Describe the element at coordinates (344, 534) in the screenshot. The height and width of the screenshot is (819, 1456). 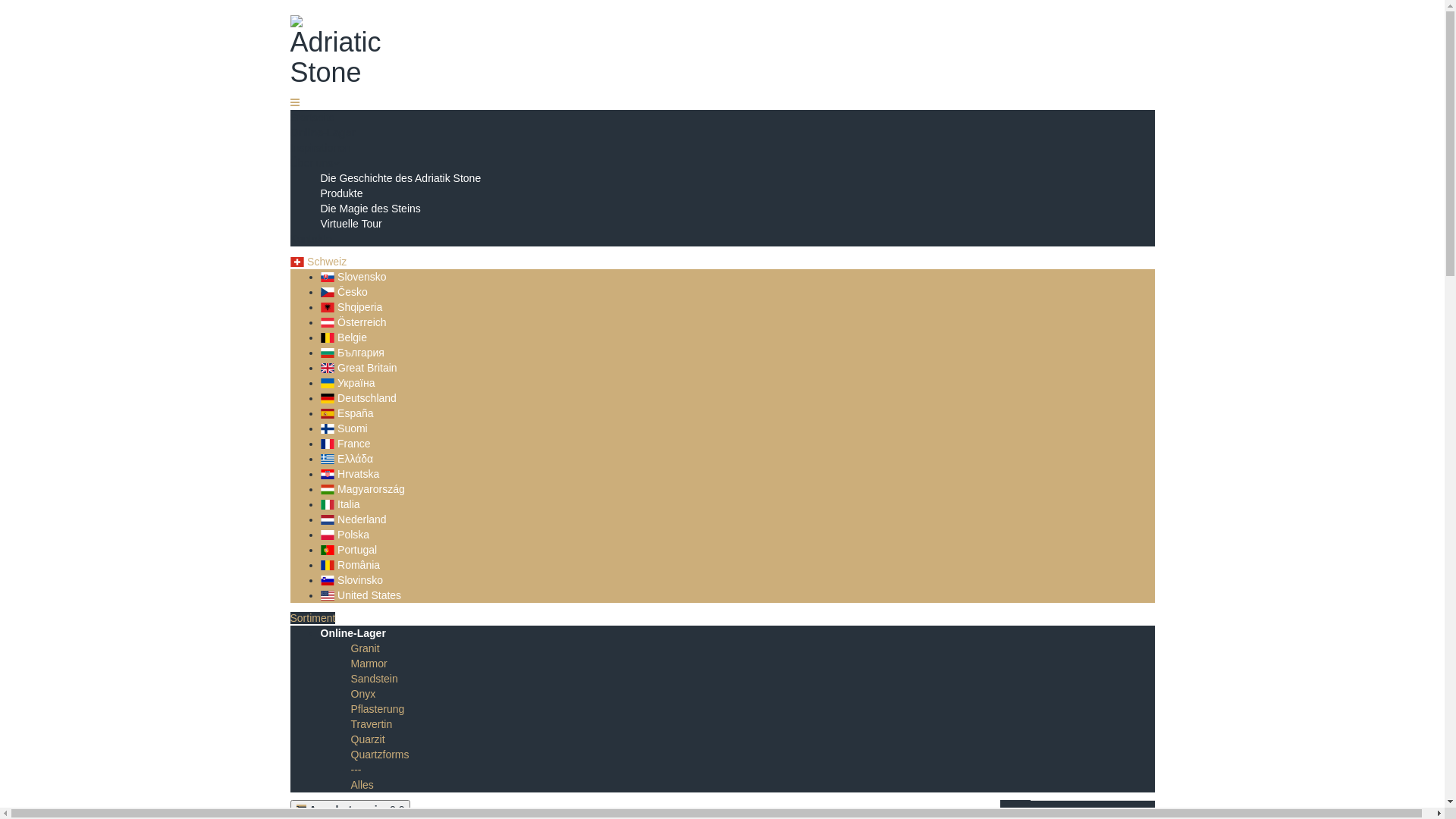
I see `' Polska'` at that location.